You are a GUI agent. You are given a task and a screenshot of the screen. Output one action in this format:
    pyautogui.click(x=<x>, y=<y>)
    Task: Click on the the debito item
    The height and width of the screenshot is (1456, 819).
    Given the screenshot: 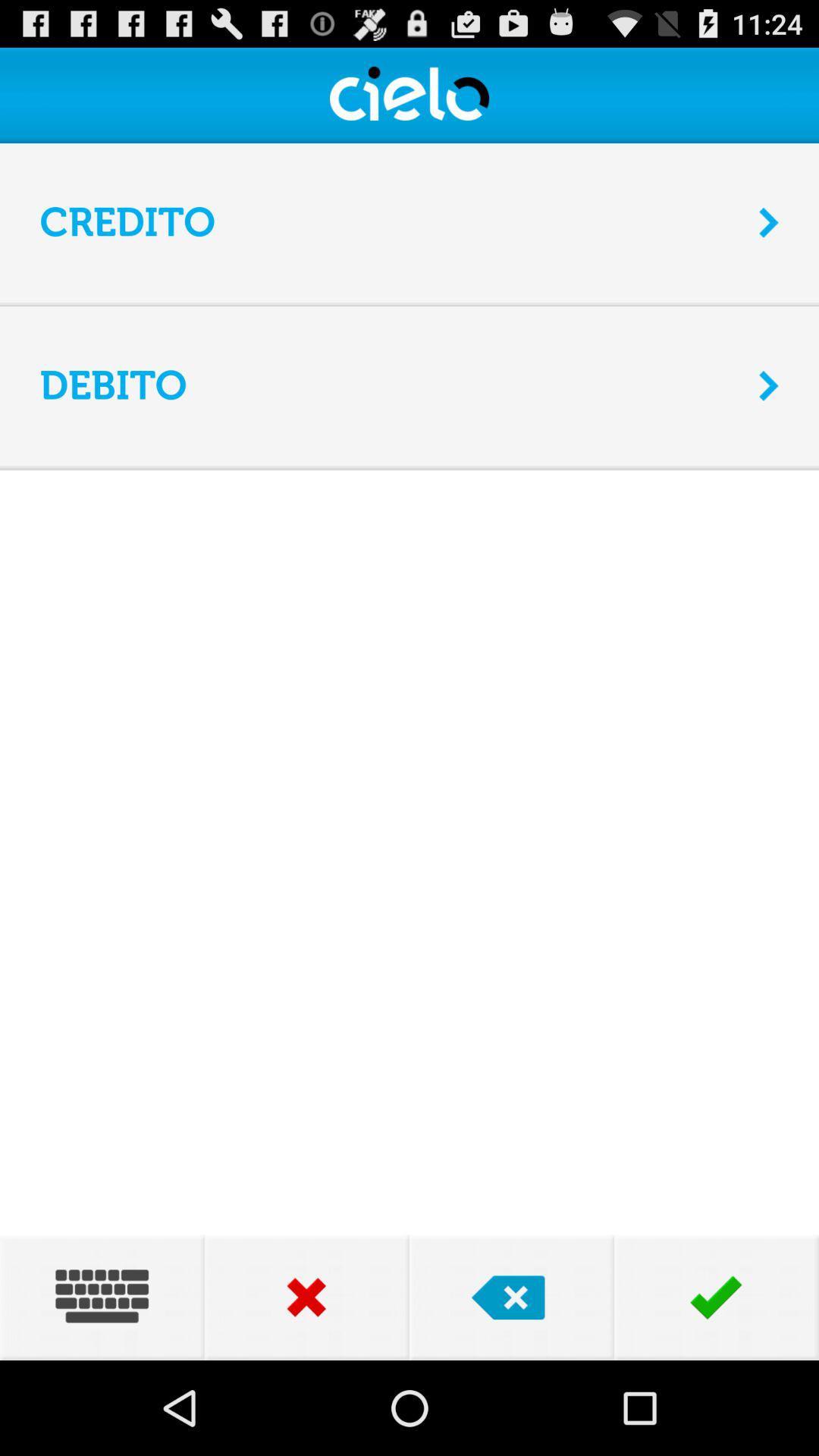 What is the action you would take?
    pyautogui.click(x=388, y=385)
    